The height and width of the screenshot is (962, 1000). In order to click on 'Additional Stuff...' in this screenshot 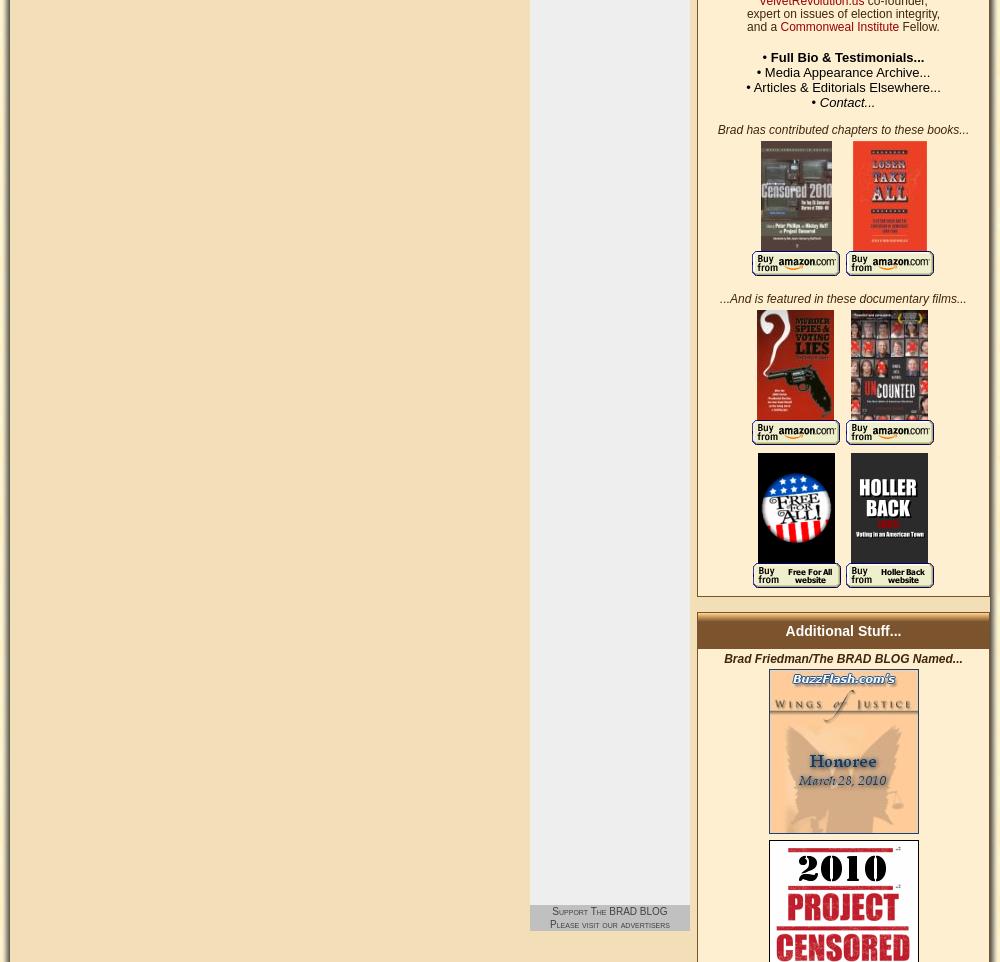, I will do `click(842, 630)`.